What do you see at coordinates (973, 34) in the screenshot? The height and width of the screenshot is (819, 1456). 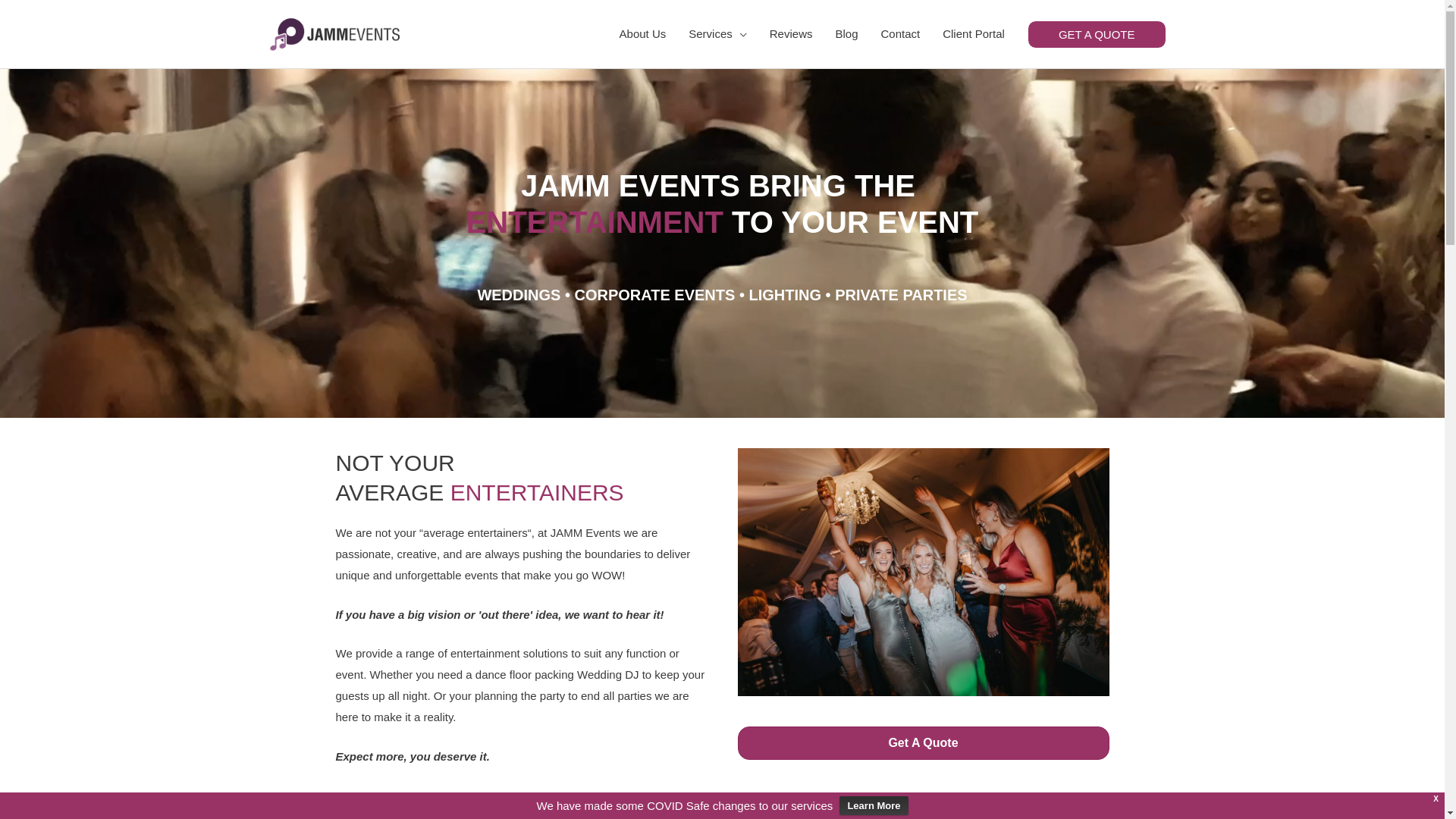 I see `'Client Portal'` at bounding box center [973, 34].